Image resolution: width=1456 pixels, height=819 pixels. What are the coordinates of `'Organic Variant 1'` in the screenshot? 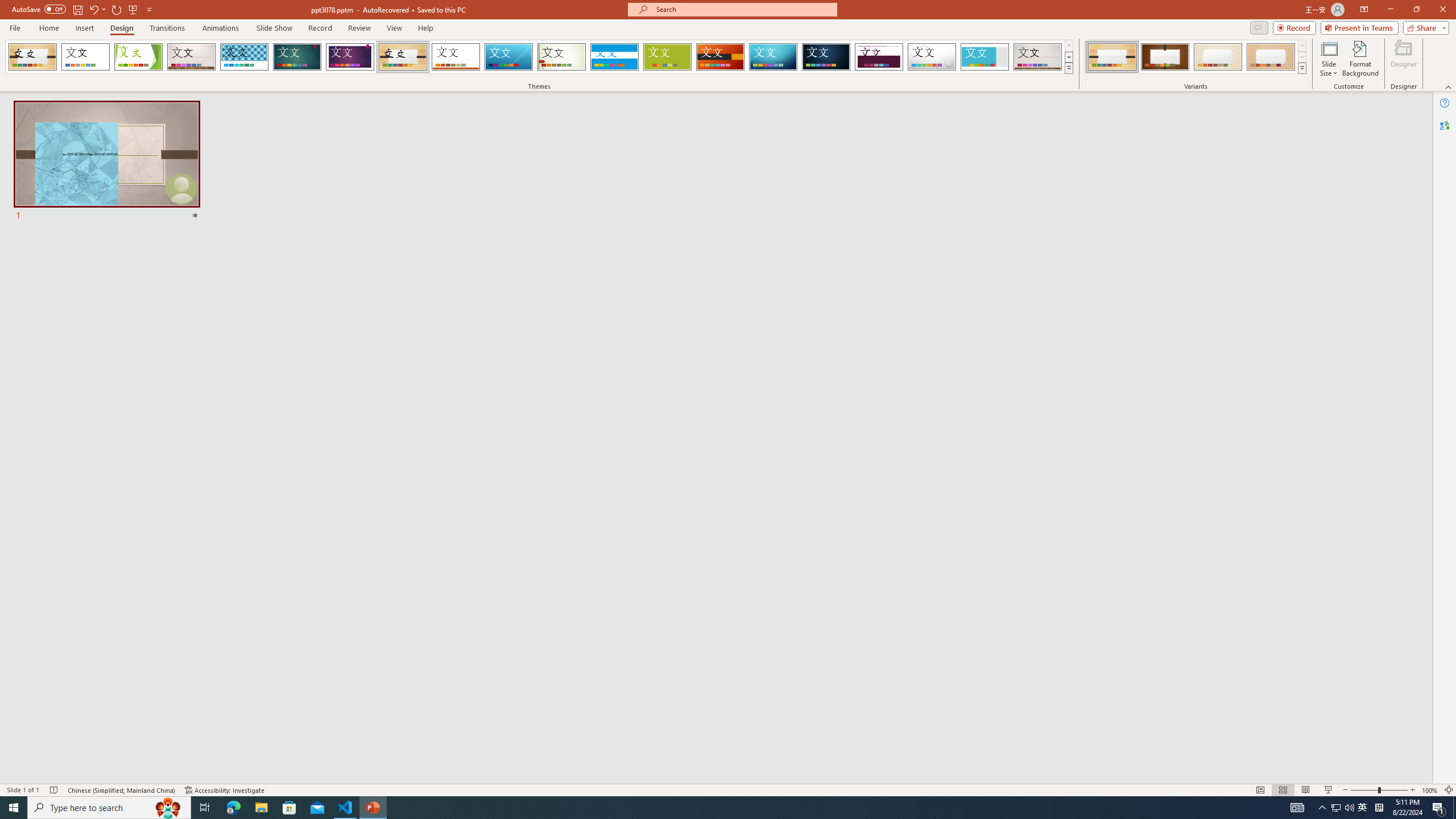 It's located at (1111, 56).